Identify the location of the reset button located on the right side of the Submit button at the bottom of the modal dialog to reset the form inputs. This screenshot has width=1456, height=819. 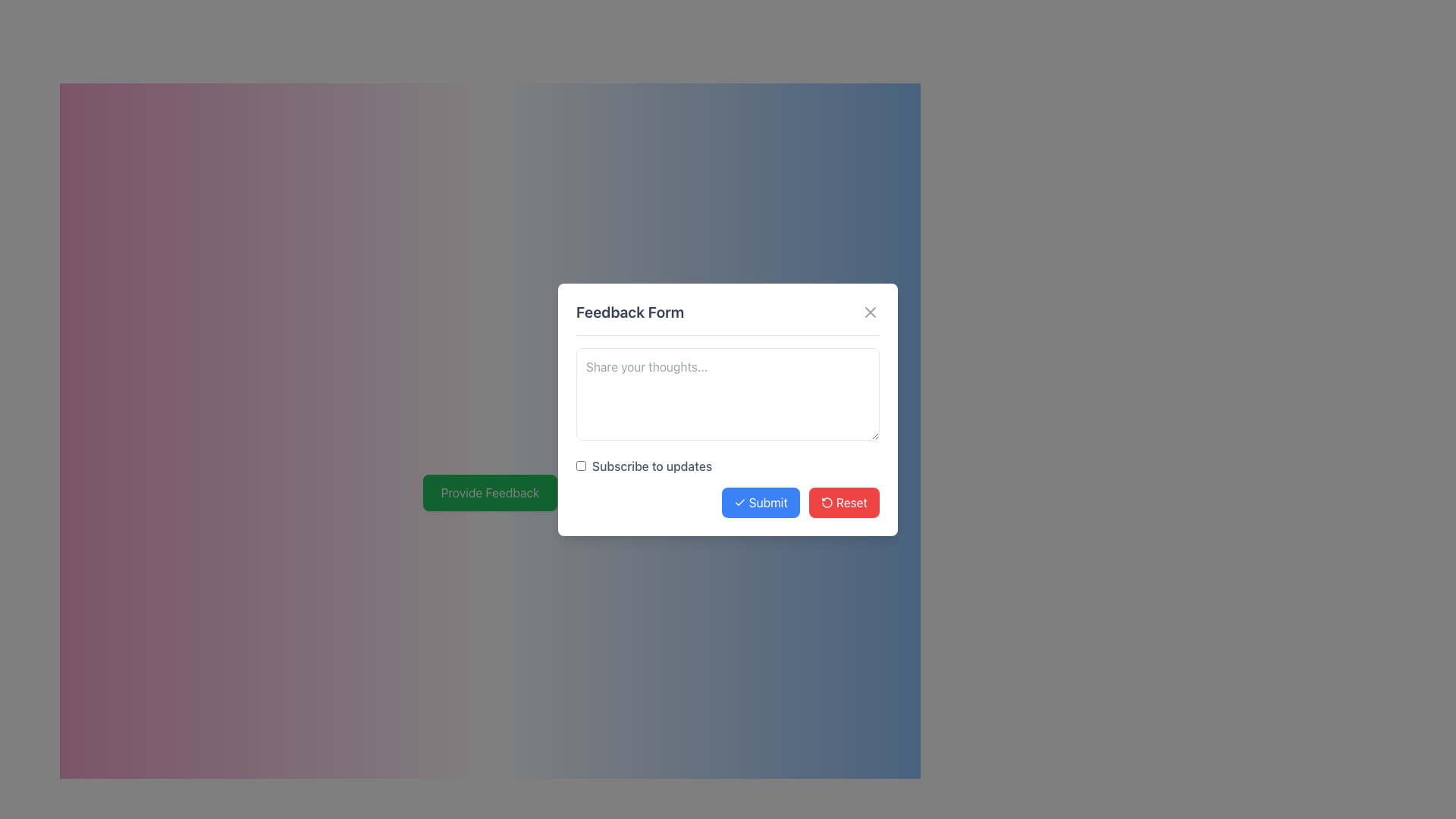
(843, 502).